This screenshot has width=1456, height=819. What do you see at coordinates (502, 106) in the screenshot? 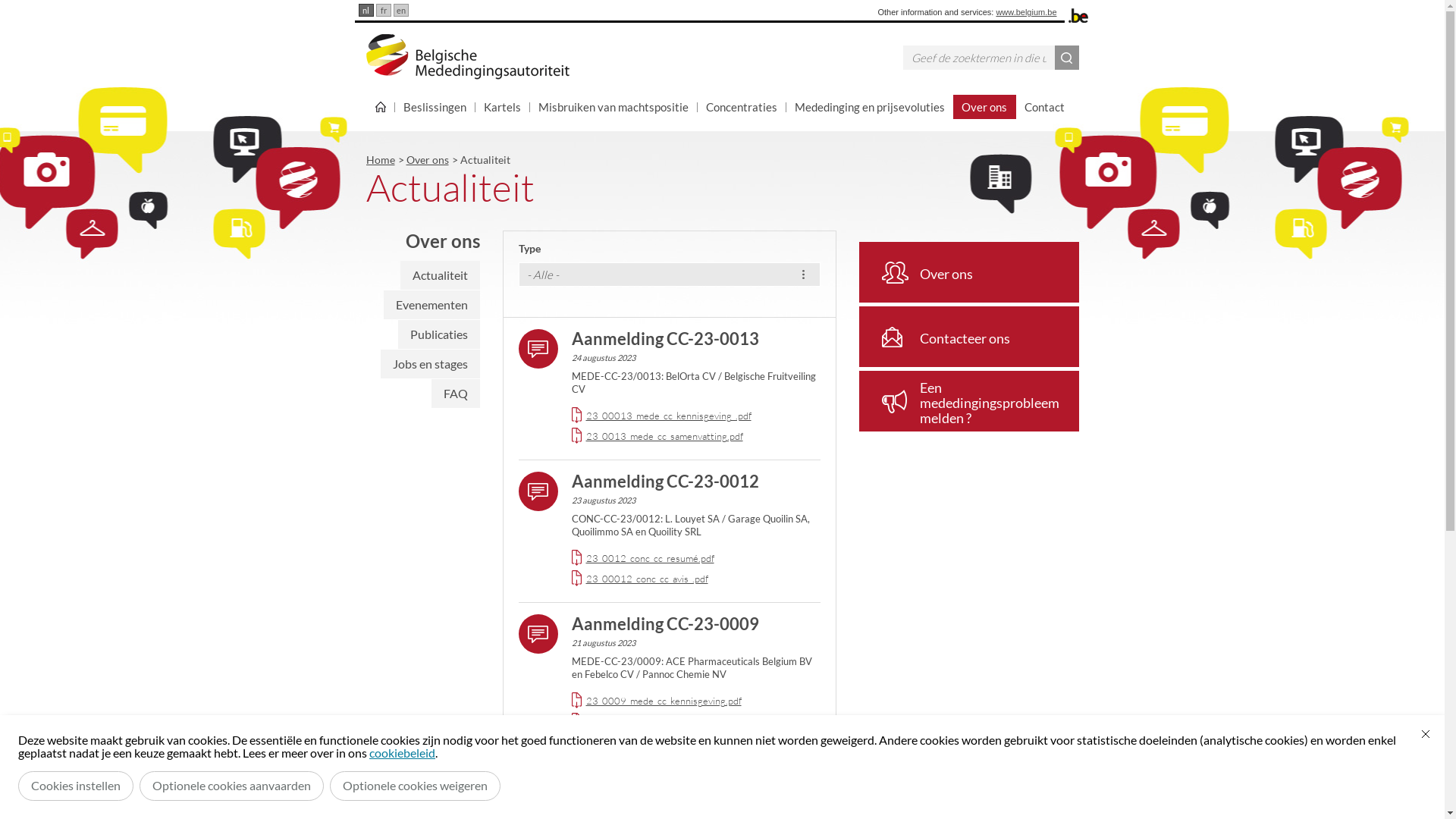
I see `'Kartels'` at bounding box center [502, 106].